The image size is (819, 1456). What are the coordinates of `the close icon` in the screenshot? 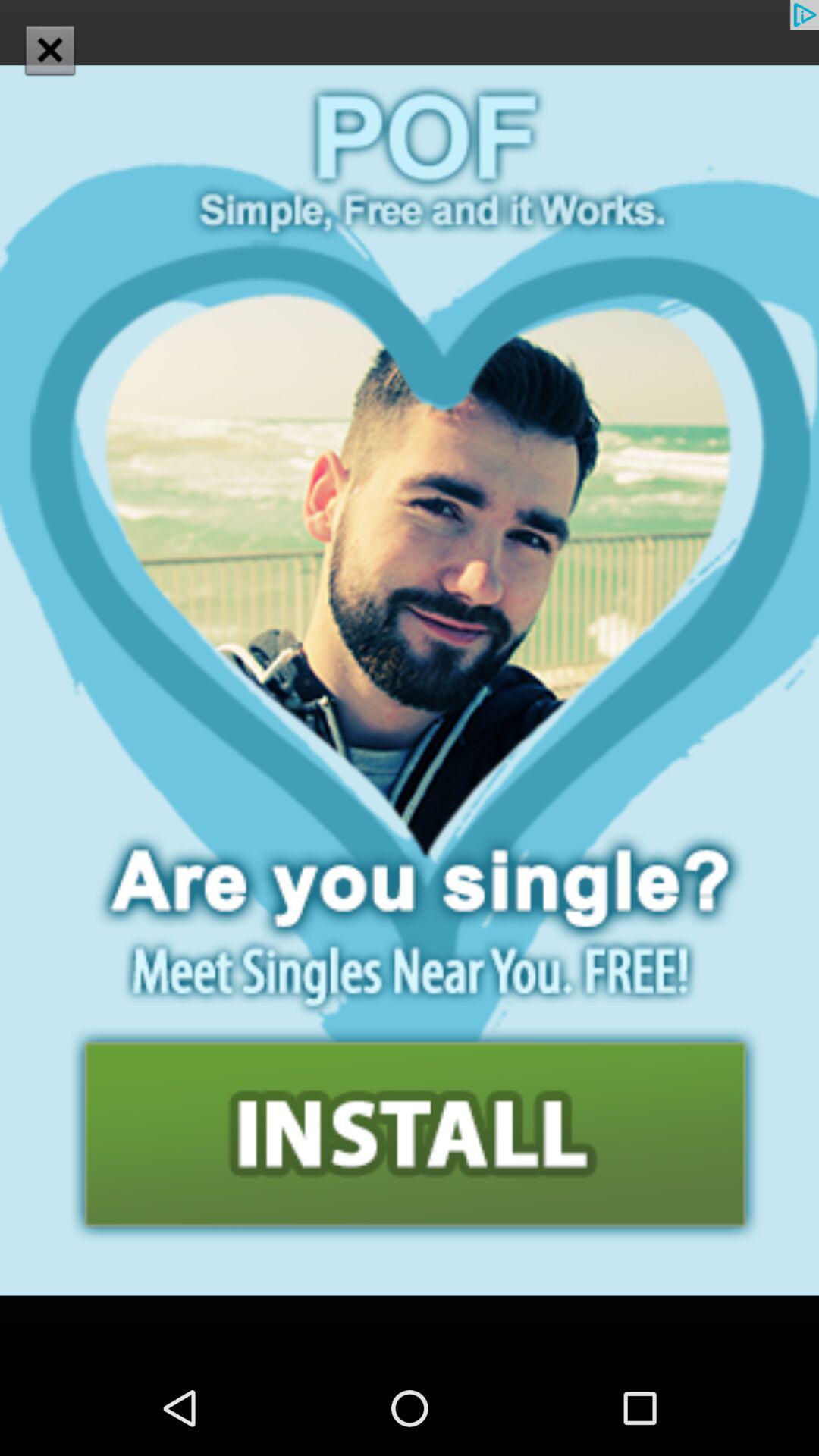 It's located at (49, 53).